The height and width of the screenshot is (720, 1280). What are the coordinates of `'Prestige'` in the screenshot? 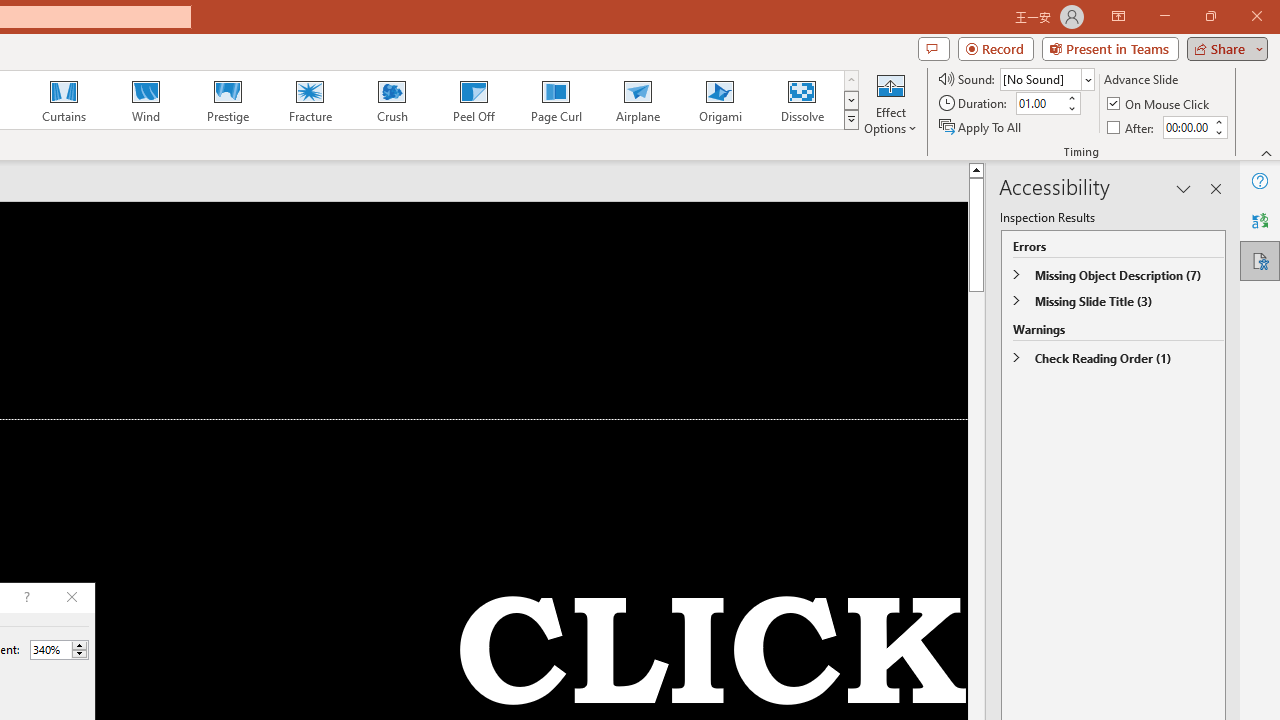 It's located at (227, 100).